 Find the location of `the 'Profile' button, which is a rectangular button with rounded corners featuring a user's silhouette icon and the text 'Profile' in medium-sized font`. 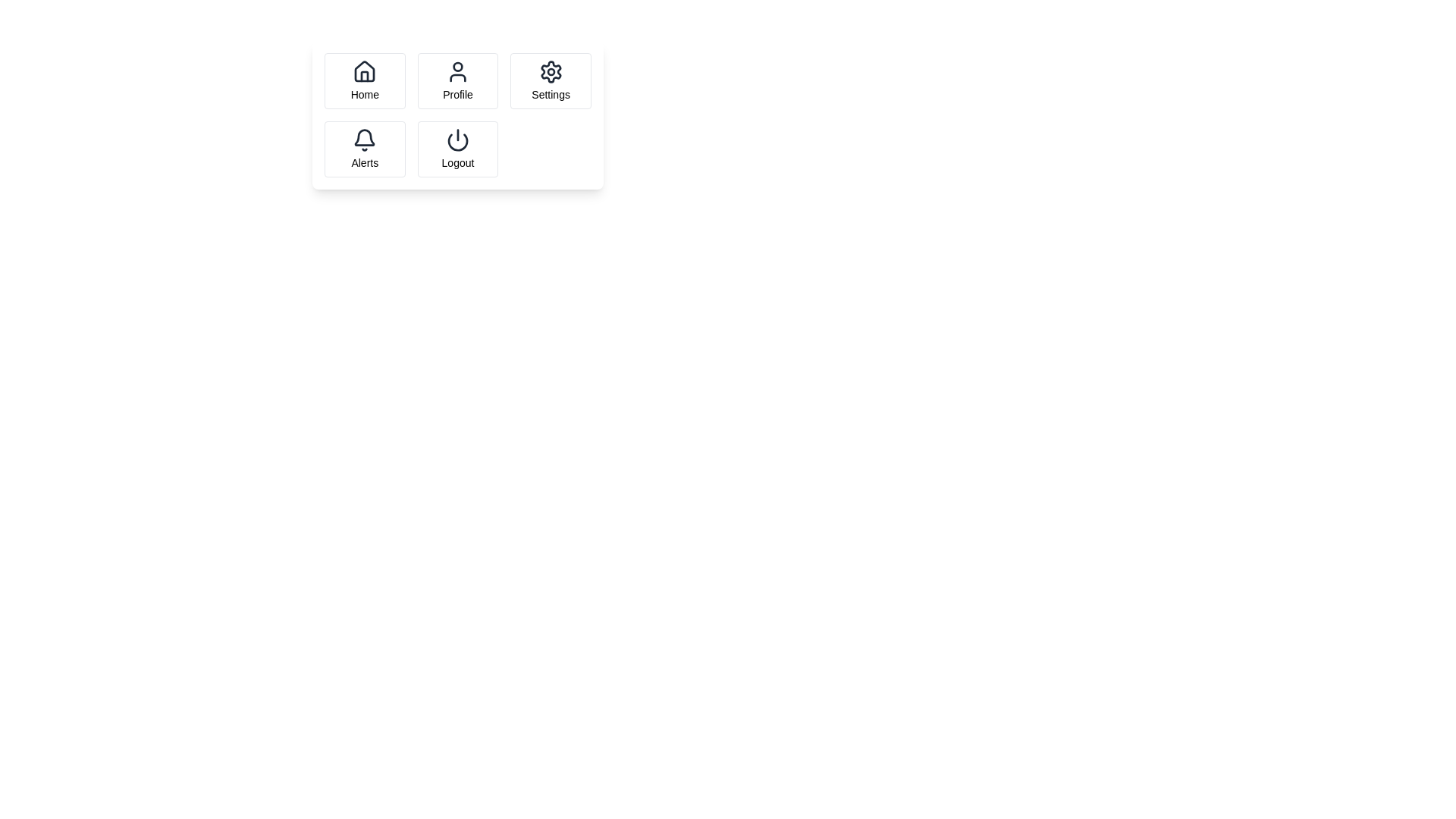

the 'Profile' button, which is a rectangular button with rounded corners featuring a user's silhouette icon and the text 'Profile' in medium-sized font is located at coordinates (457, 81).